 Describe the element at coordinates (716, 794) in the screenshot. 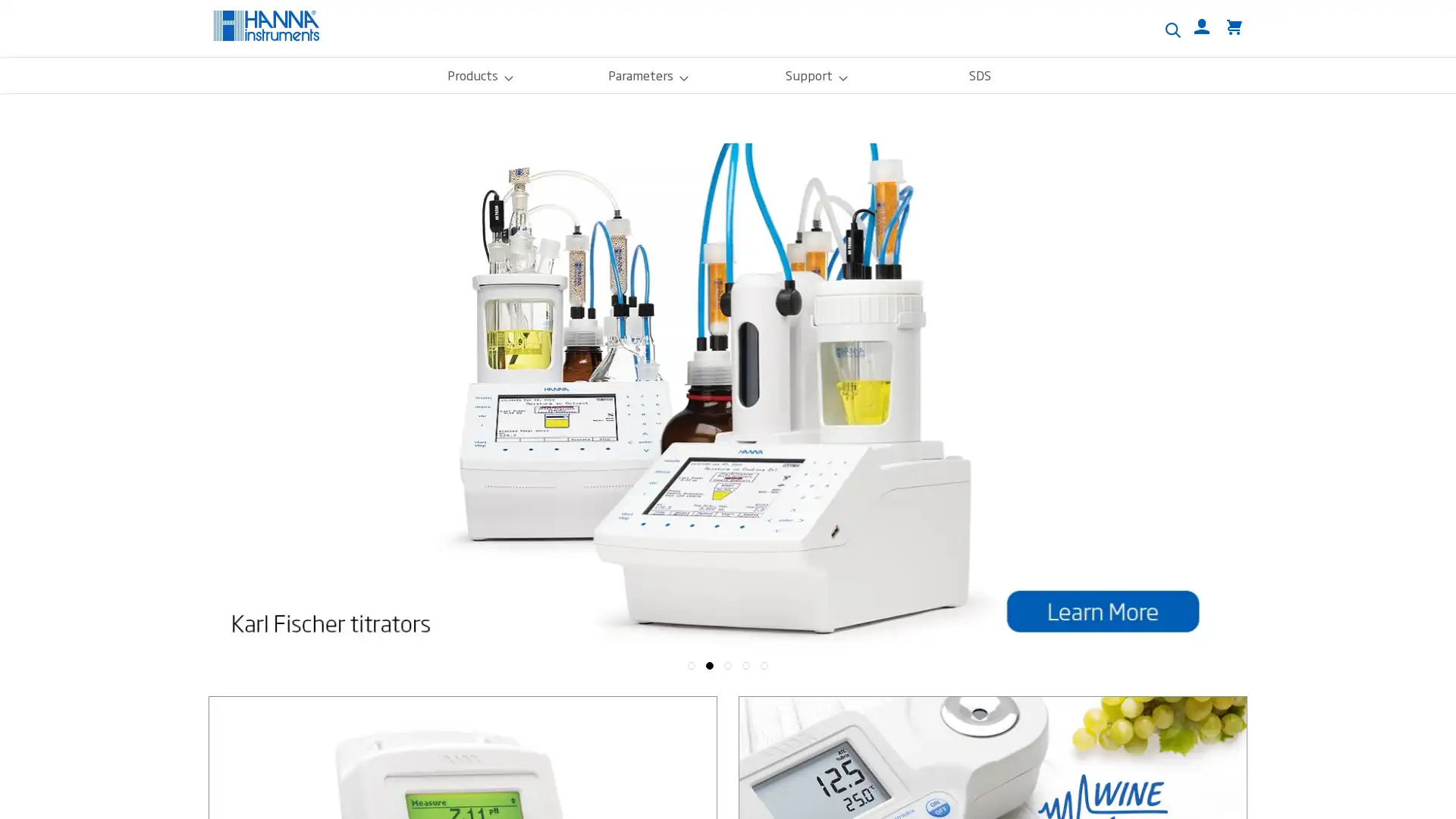

I see `Custom Settings` at that location.